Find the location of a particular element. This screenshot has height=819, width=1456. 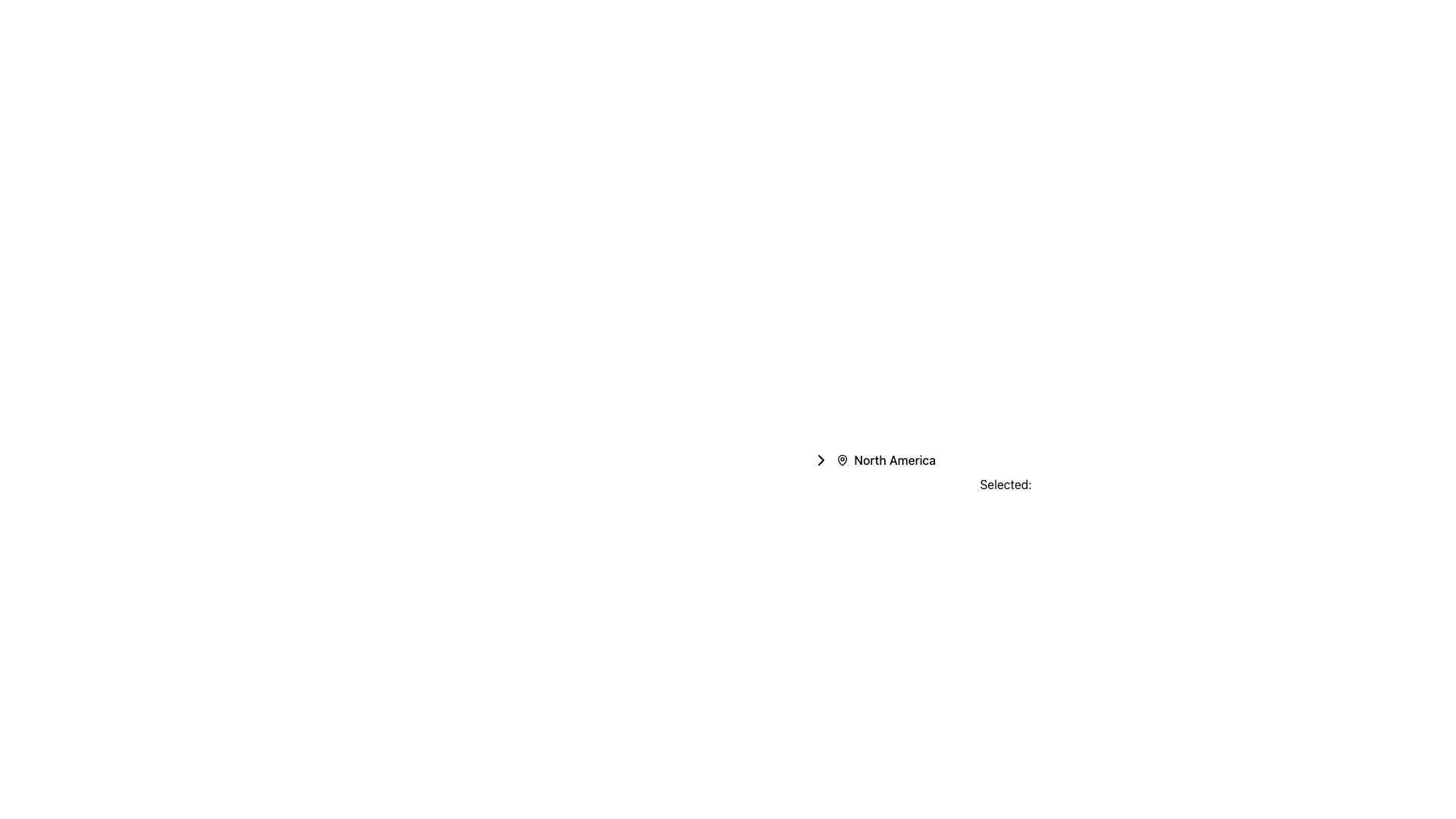

the rightward chevron arrow icon which is styled as a minimalist outlined button, located on the right side of the UI component is located at coordinates (820, 459).